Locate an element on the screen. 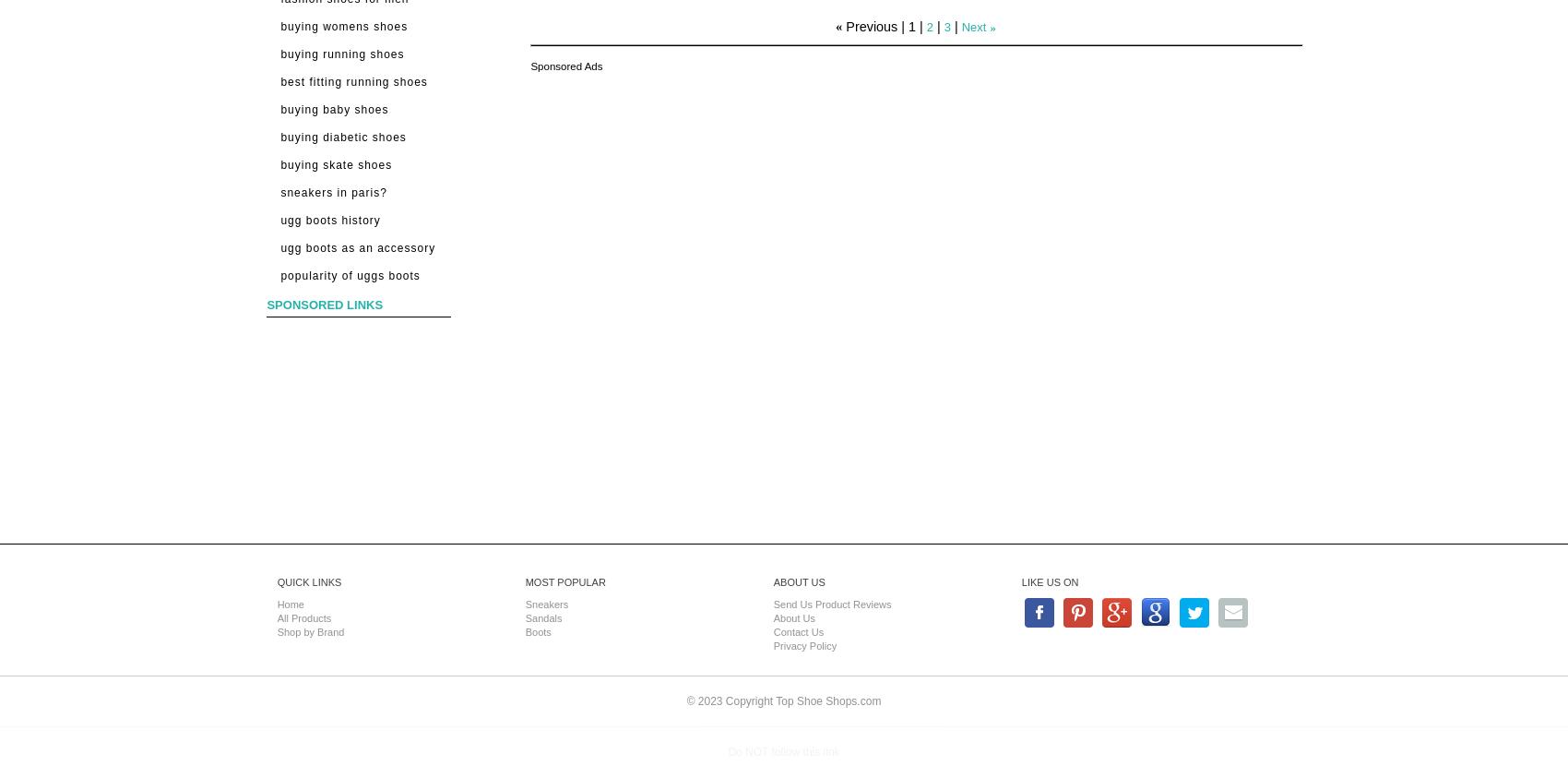  'Popularity of UGGs Boots' is located at coordinates (349, 275).